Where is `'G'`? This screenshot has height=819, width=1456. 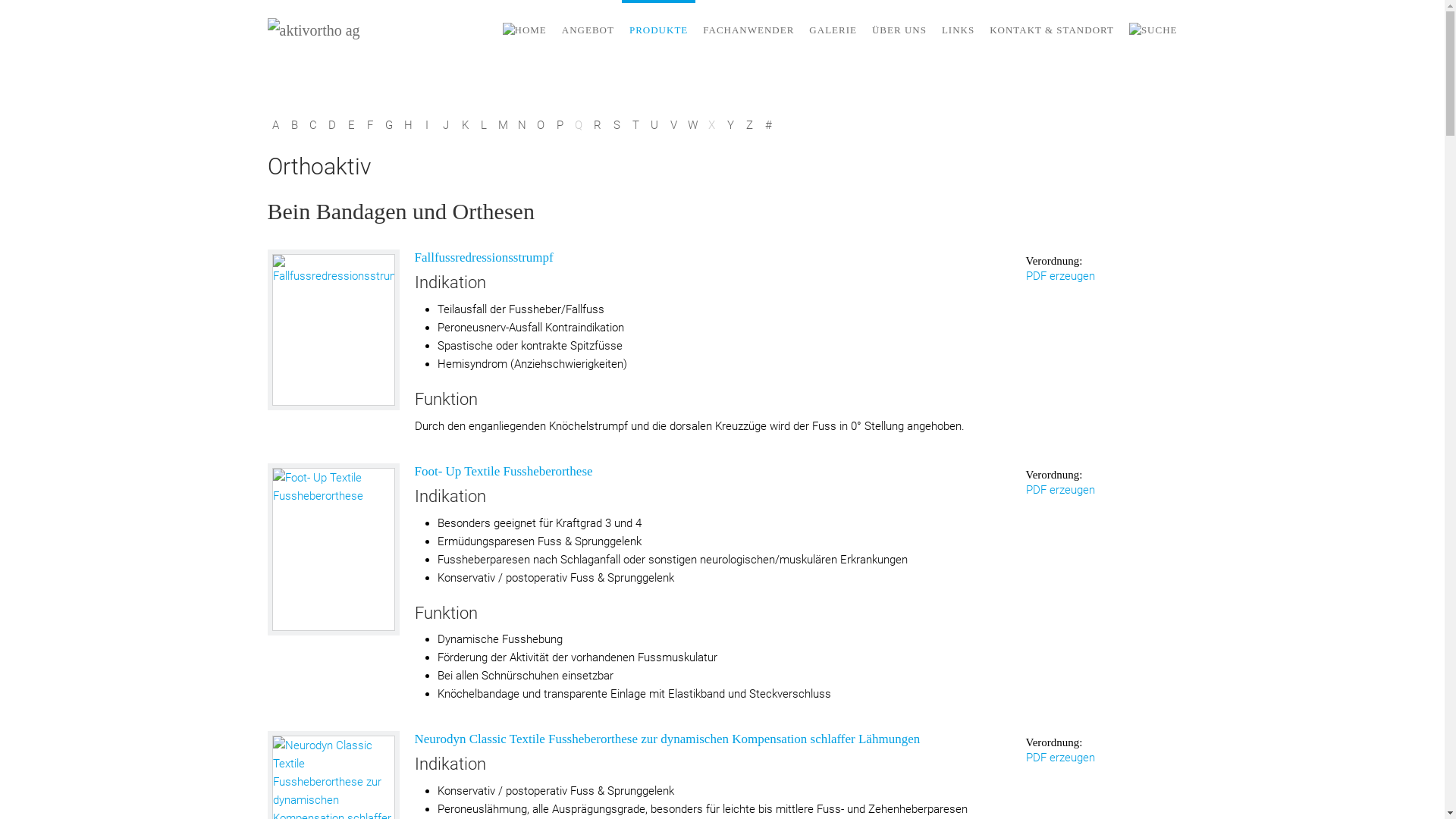
'G' is located at coordinates (388, 124).